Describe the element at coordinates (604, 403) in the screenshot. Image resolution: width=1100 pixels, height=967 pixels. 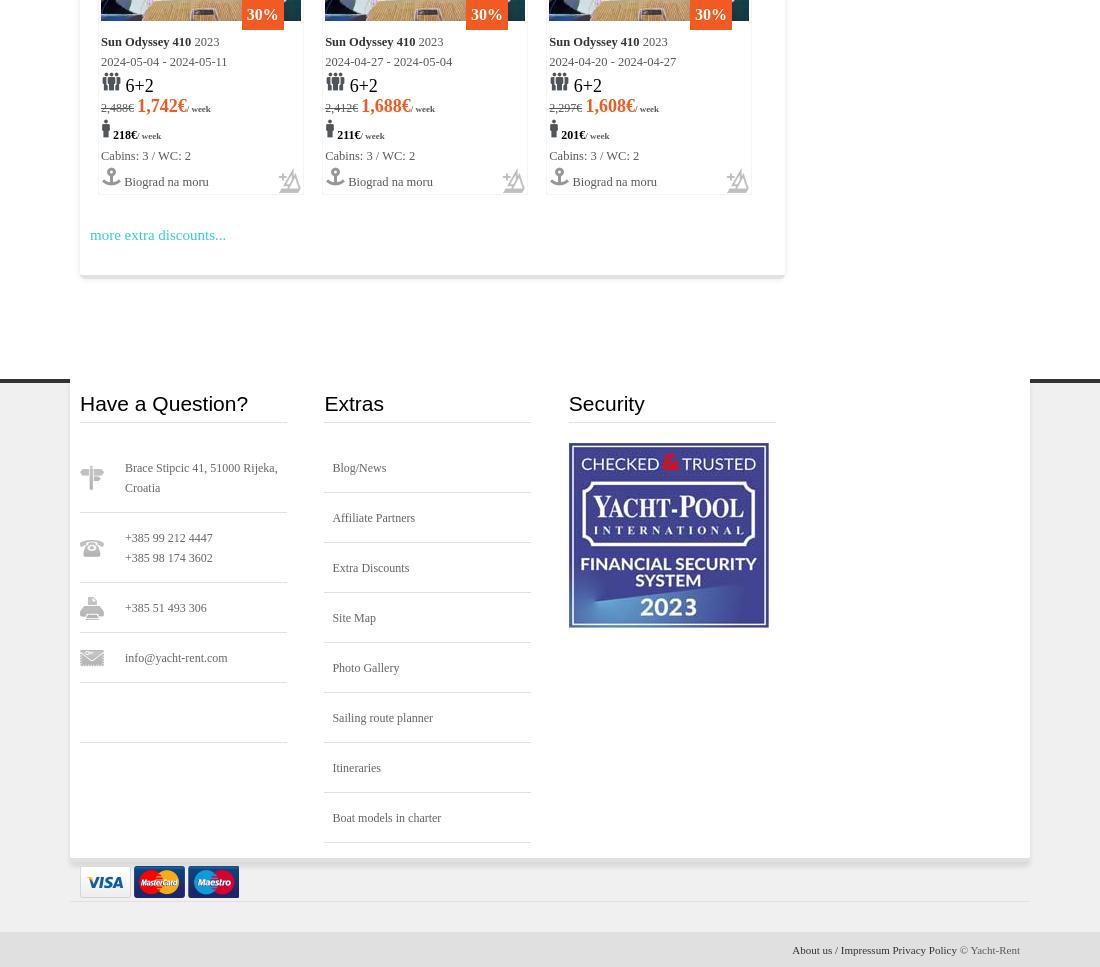
I see `'Security'` at that location.